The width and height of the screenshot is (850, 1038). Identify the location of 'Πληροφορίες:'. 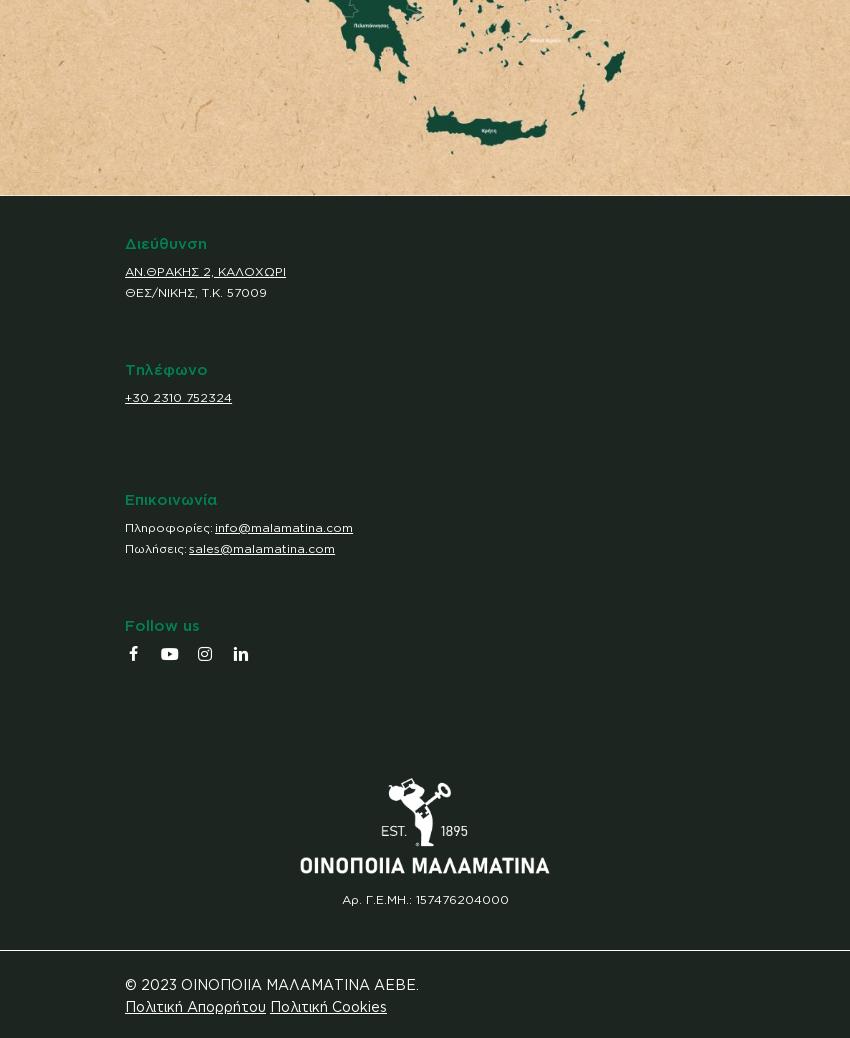
(170, 525).